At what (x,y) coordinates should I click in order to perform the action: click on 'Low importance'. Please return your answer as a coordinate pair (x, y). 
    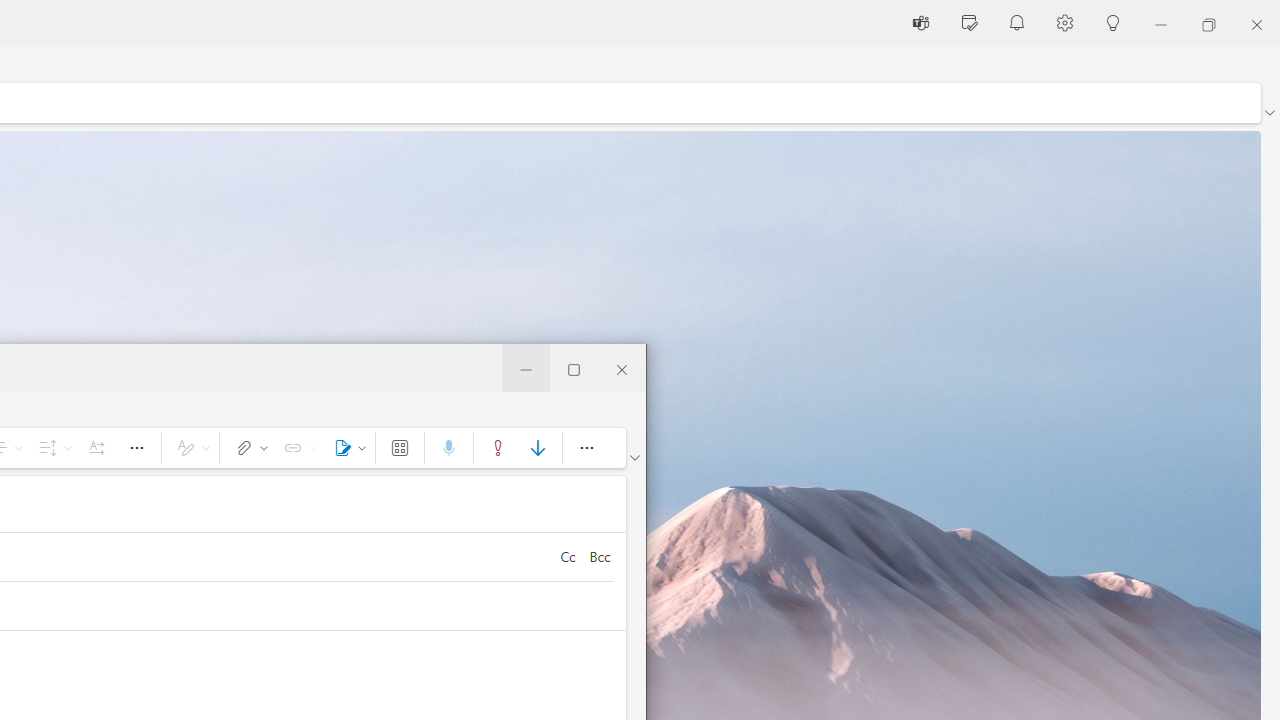
    Looking at the image, I should click on (538, 446).